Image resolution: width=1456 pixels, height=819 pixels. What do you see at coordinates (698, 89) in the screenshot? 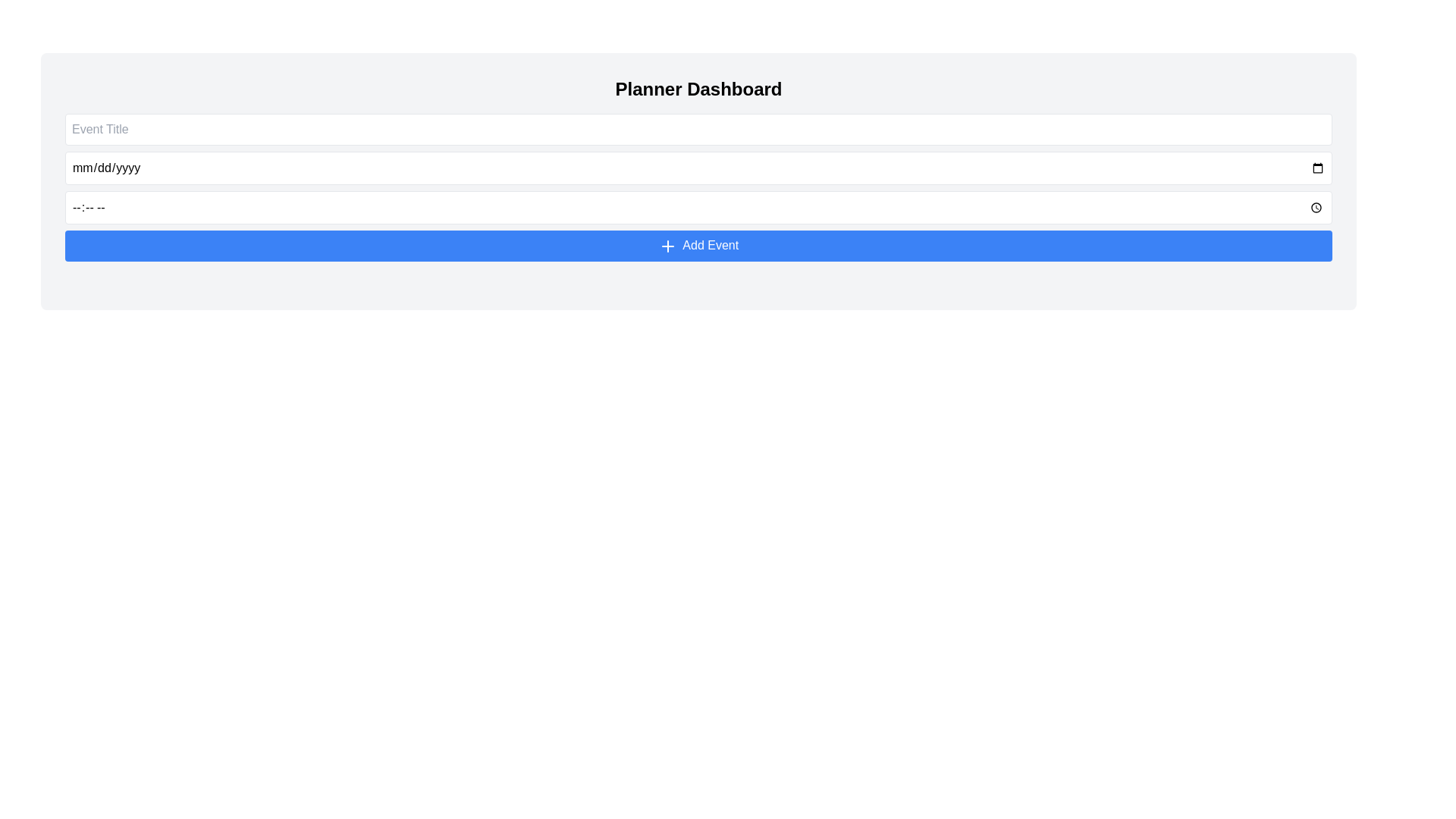
I see `the heading text that indicates the user is on the 'Planner Dashboard' interface by moving the cursor to its center point` at bounding box center [698, 89].